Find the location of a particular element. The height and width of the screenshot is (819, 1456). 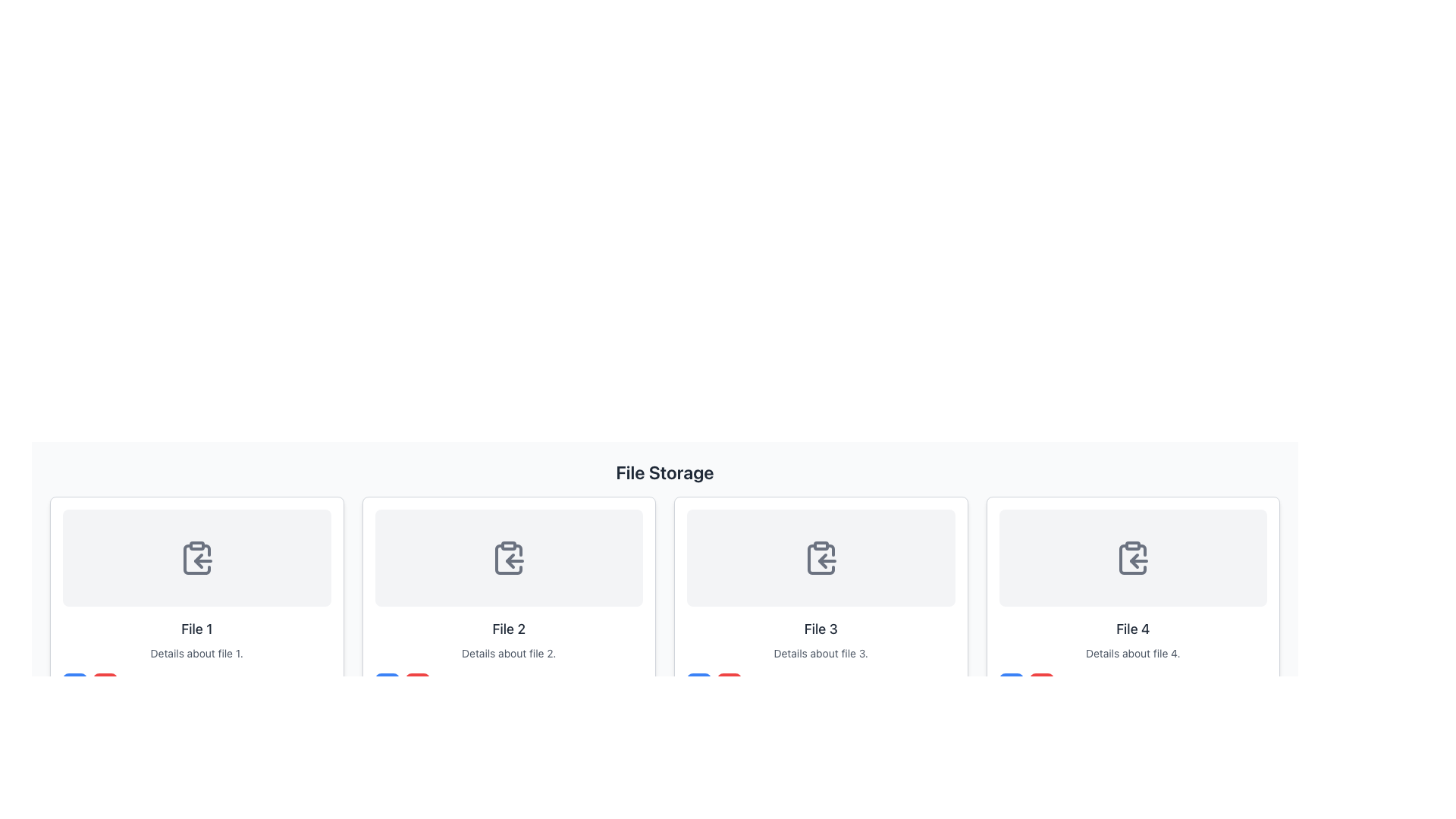

the first icon in the row associated with the file action for 'File 1' is located at coordinates (196, 559).